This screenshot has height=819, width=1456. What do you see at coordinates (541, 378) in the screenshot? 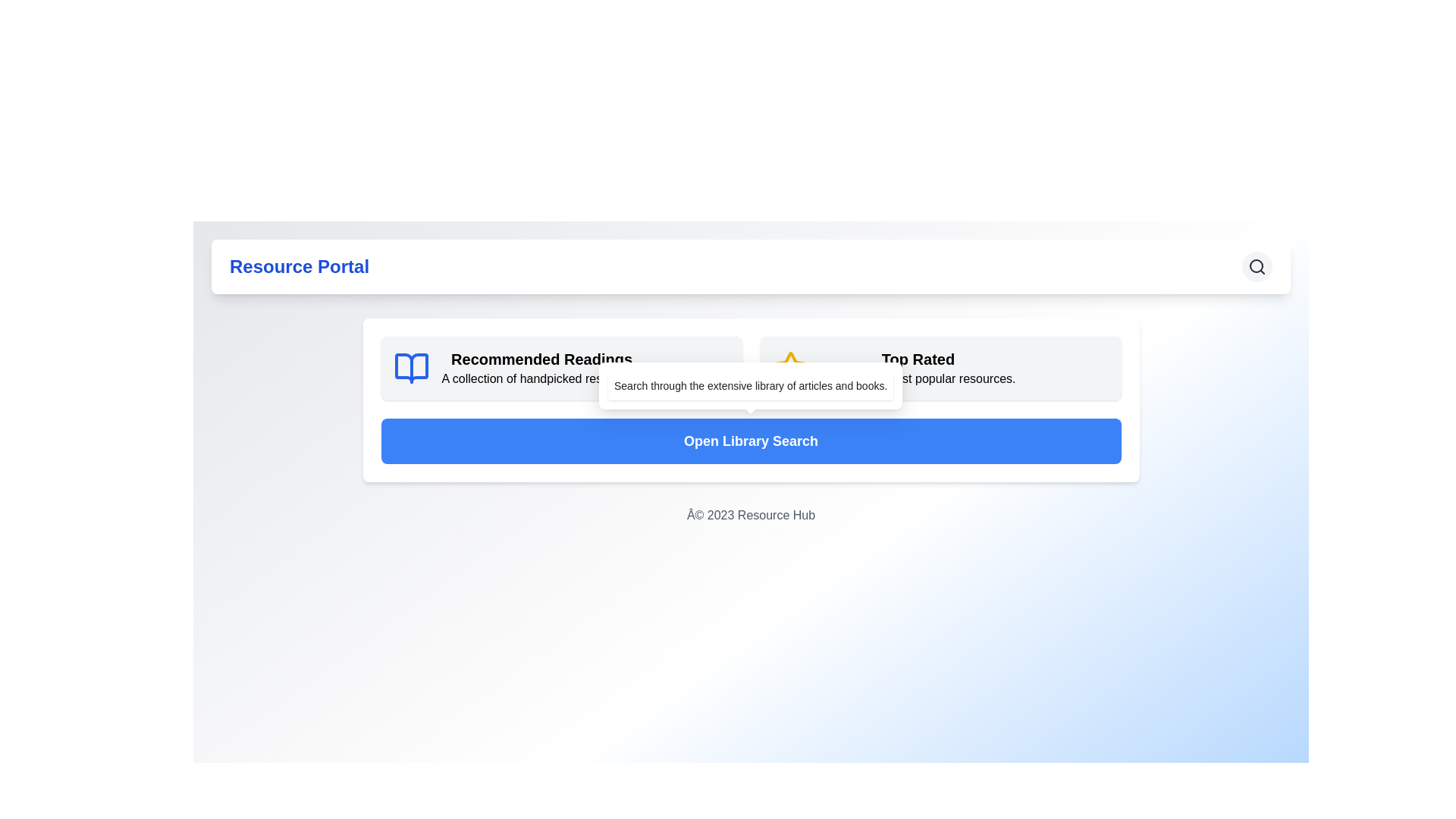
I see `the descriptive label that reads 'A collection of handpicked resources.' which is centrally aligned under the bold heading 'Recommended Readings'` at bounding box center [541, 378].